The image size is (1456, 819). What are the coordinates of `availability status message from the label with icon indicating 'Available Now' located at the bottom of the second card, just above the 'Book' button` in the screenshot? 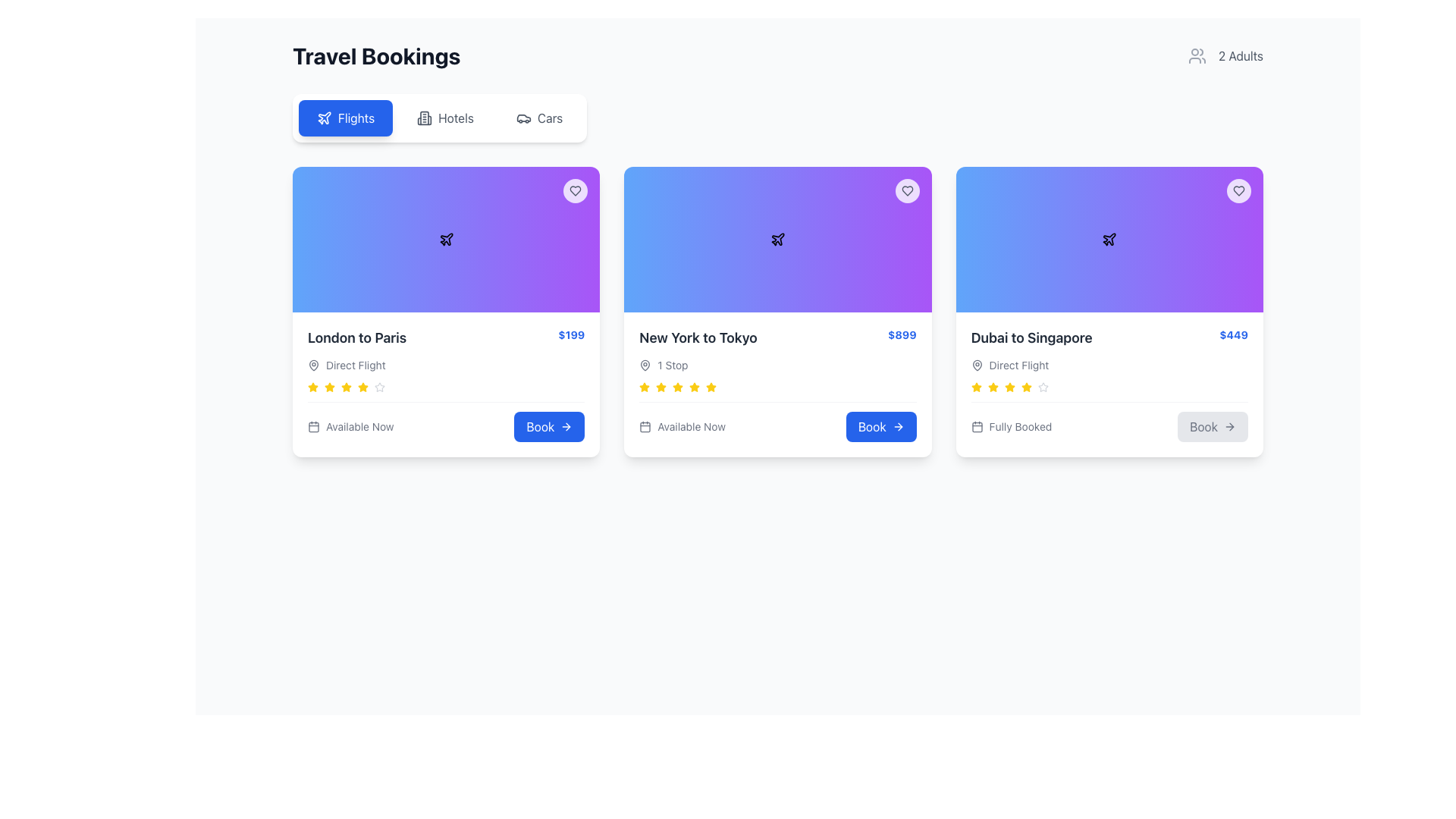 It's located at (682, 427).